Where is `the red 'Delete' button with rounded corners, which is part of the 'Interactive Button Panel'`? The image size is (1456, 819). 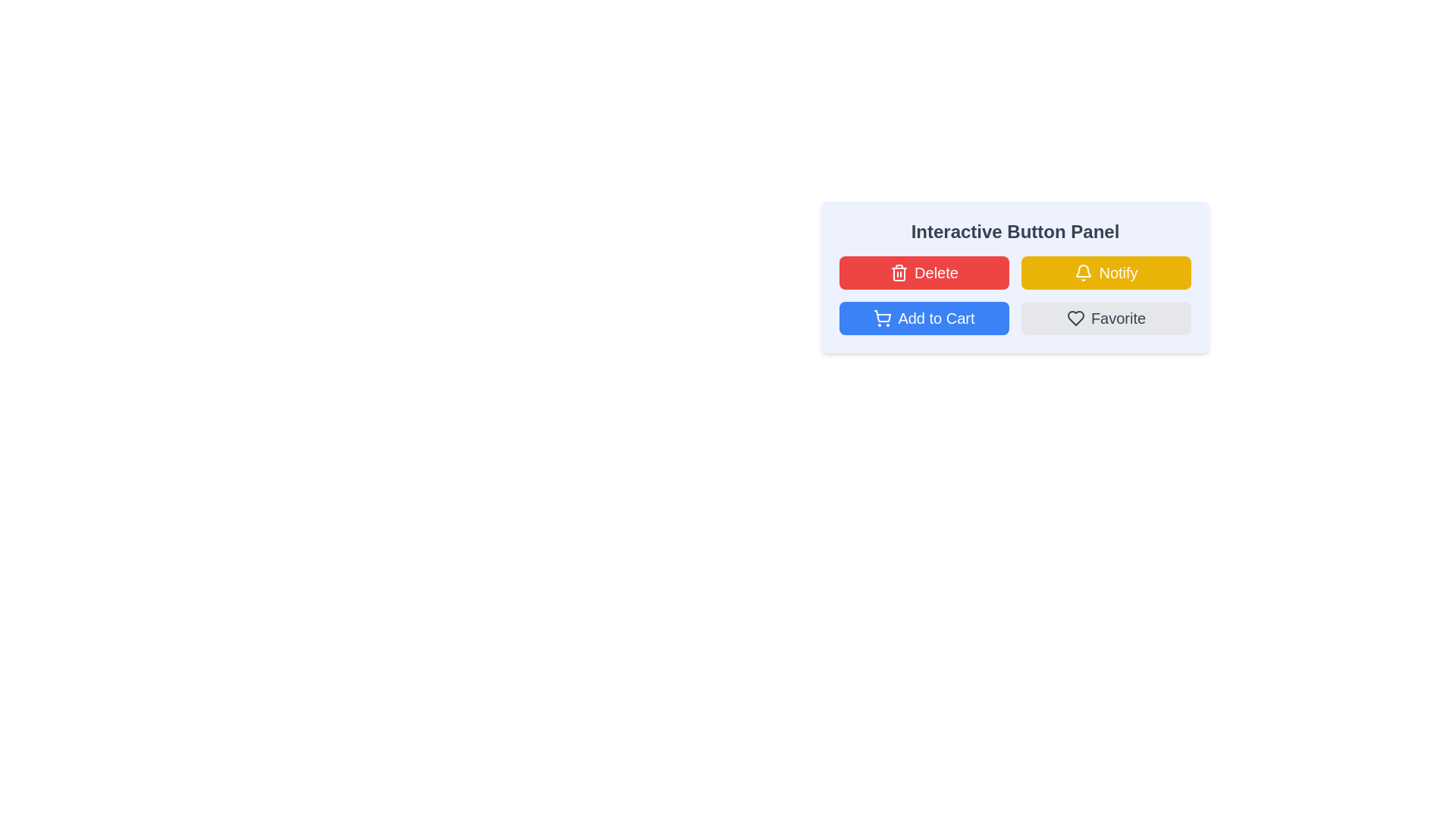 the red 'Delete' button with rounded corners, which is part of the 'Interactive Button Panel' is located at coordinates (924, 271).